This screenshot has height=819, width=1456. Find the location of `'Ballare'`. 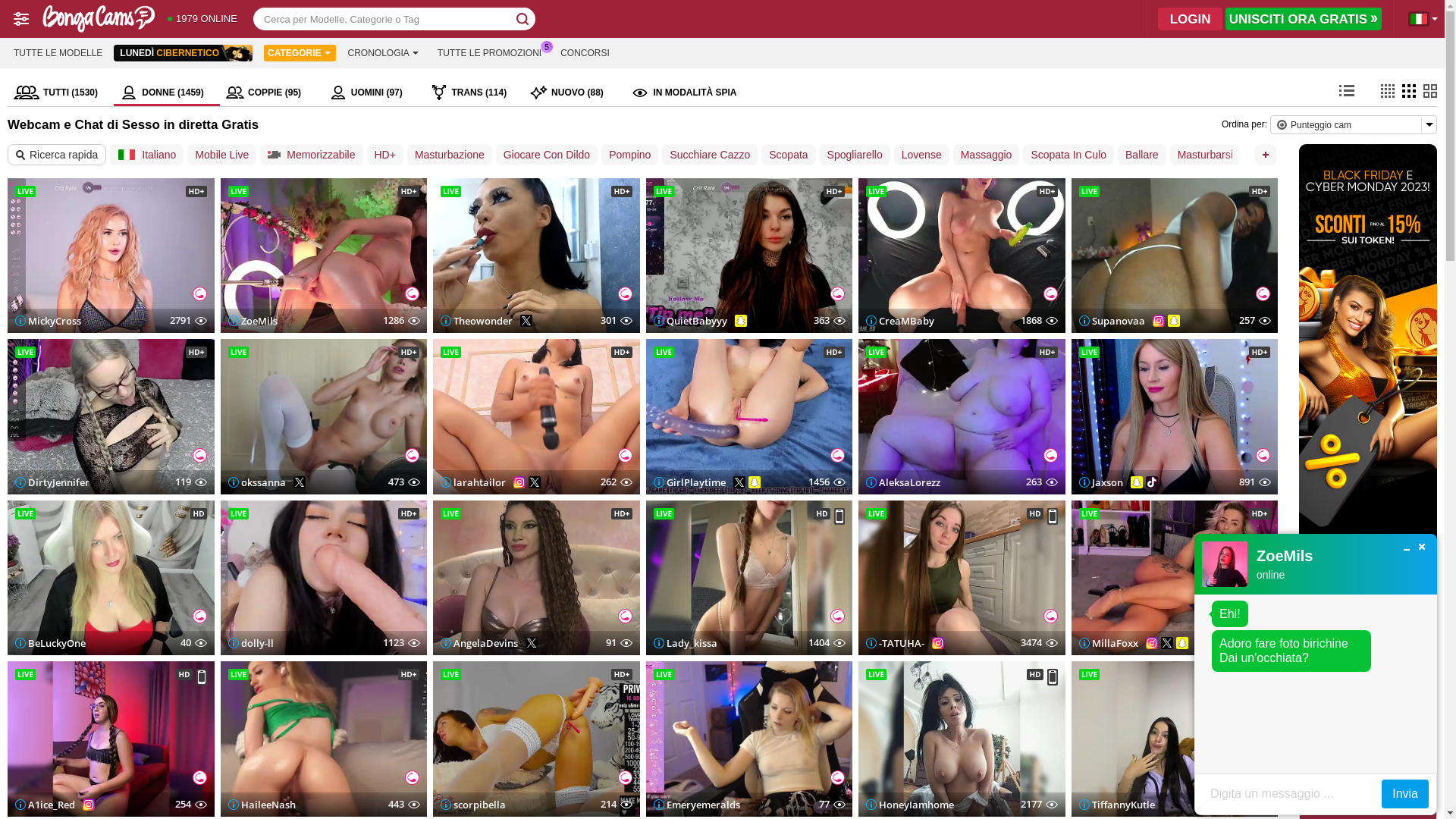

'Ballare' is located at coordinates (1142, 155).